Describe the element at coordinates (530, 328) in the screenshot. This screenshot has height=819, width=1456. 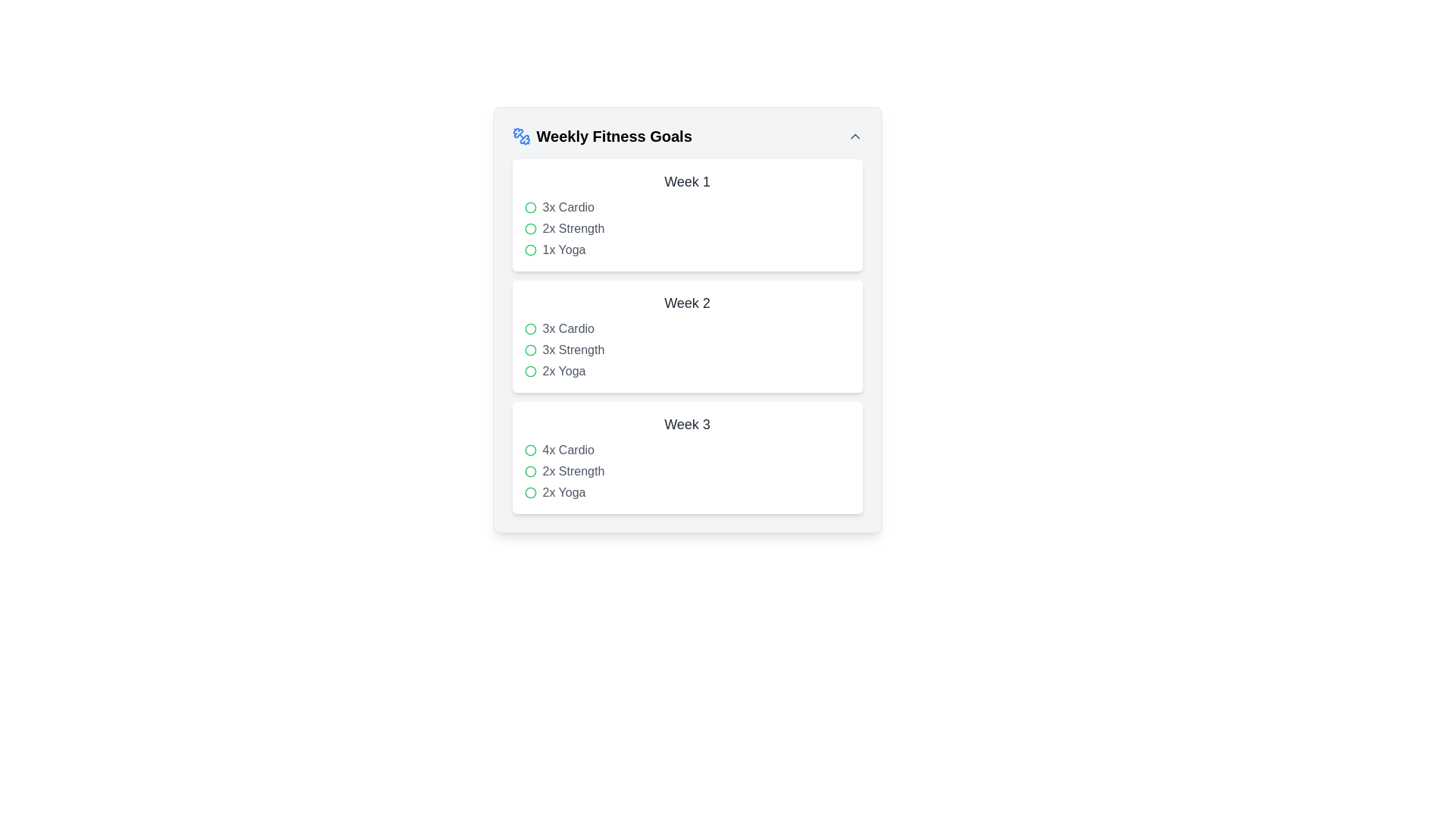
I see `the status of the Graphic/UI Icon located in the 'Week 2' section of the 'Weekly Fitness Goals' interface, which is the first item in the row to the left of the '3x Cardio' text` at that location.